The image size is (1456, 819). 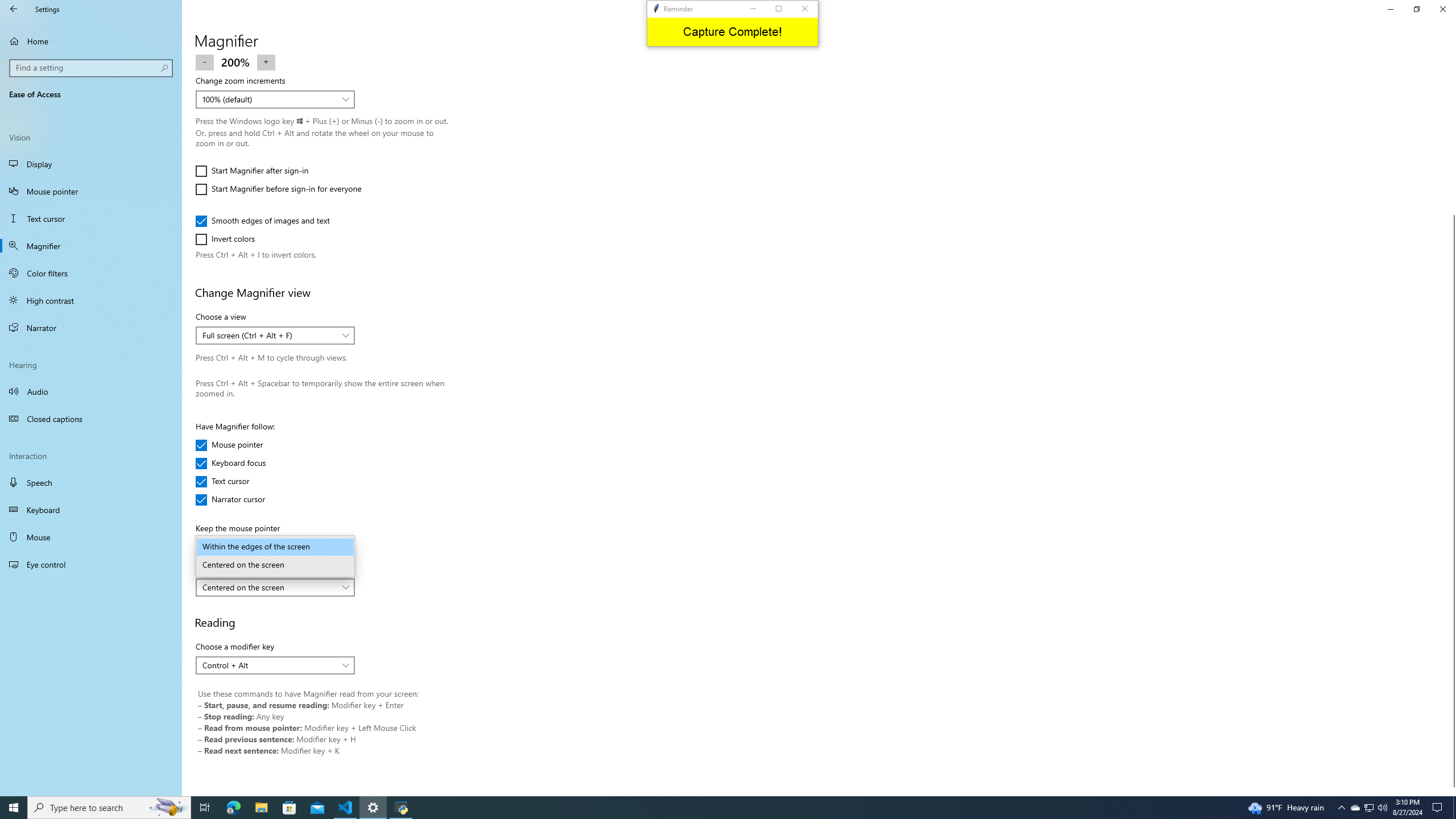 I want to click on 'Within the edges of the screen', so click(x=274, y=547).